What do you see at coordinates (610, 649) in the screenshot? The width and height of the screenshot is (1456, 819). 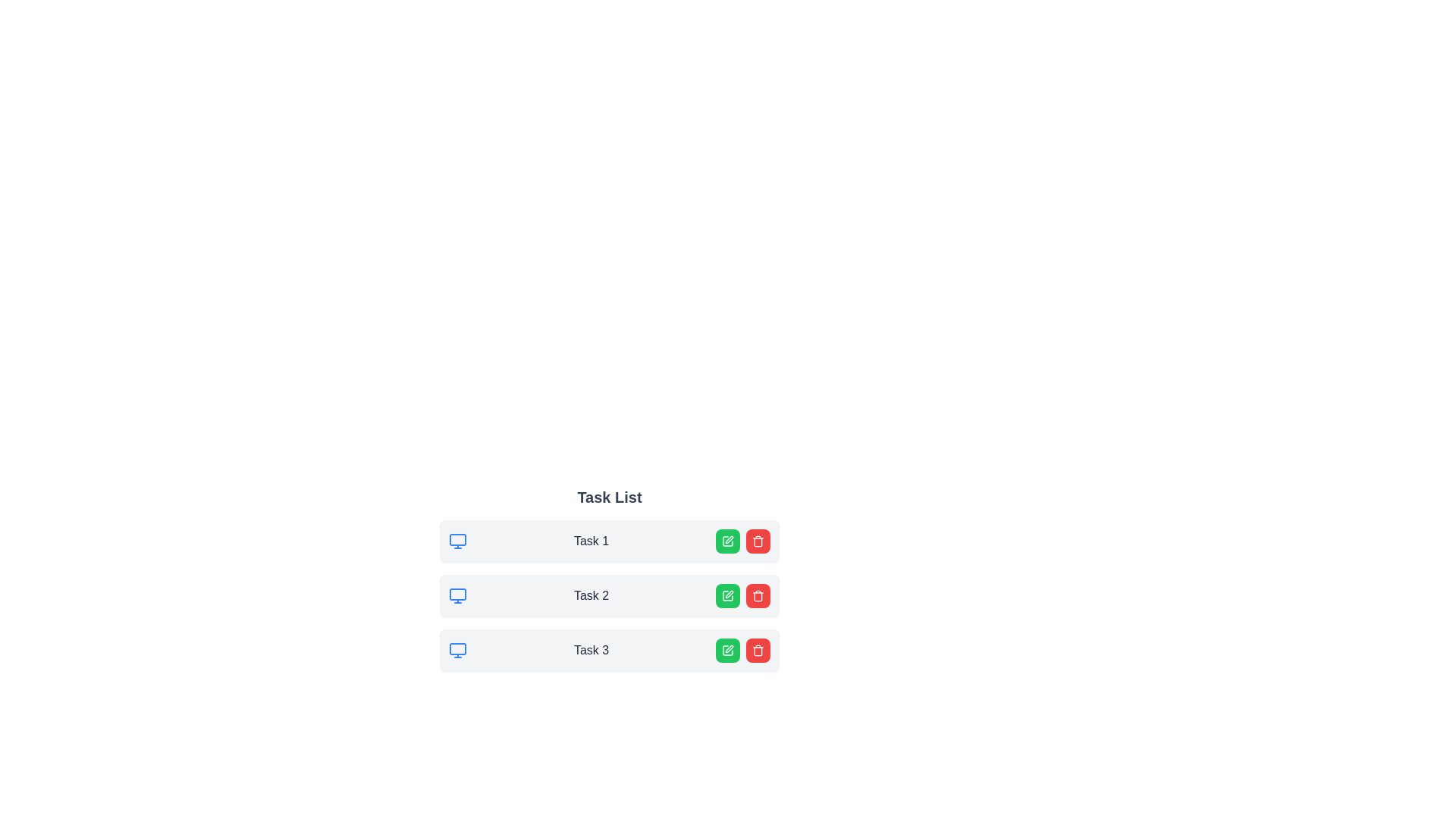 I see `the 'Task 3' list item in the task management interface` at bounding box center [610, 649].